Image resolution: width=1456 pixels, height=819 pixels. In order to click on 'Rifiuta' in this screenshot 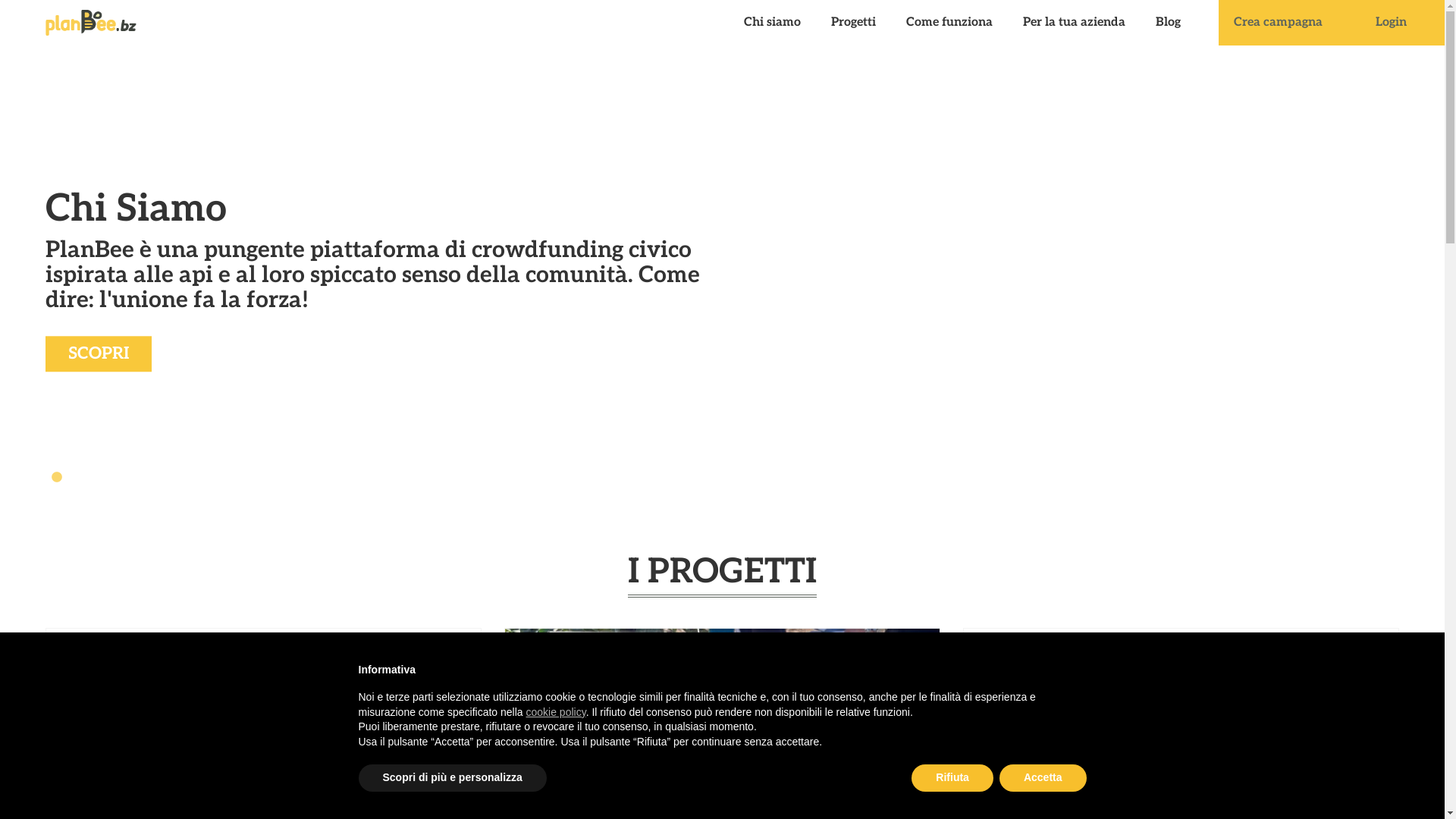, I will do `click(952, 778)`.